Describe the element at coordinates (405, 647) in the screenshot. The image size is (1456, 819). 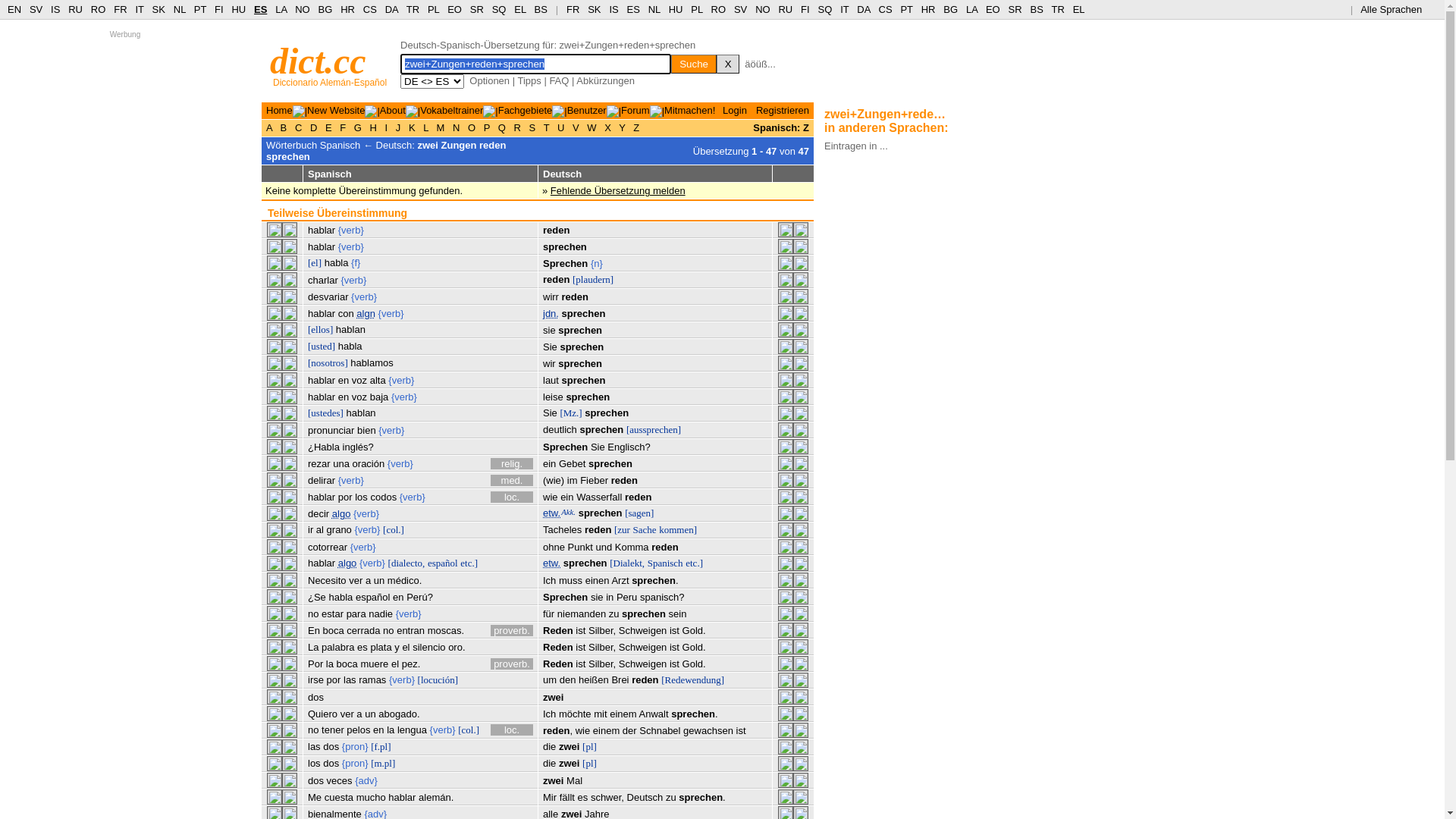
I see `'el'` at that location.